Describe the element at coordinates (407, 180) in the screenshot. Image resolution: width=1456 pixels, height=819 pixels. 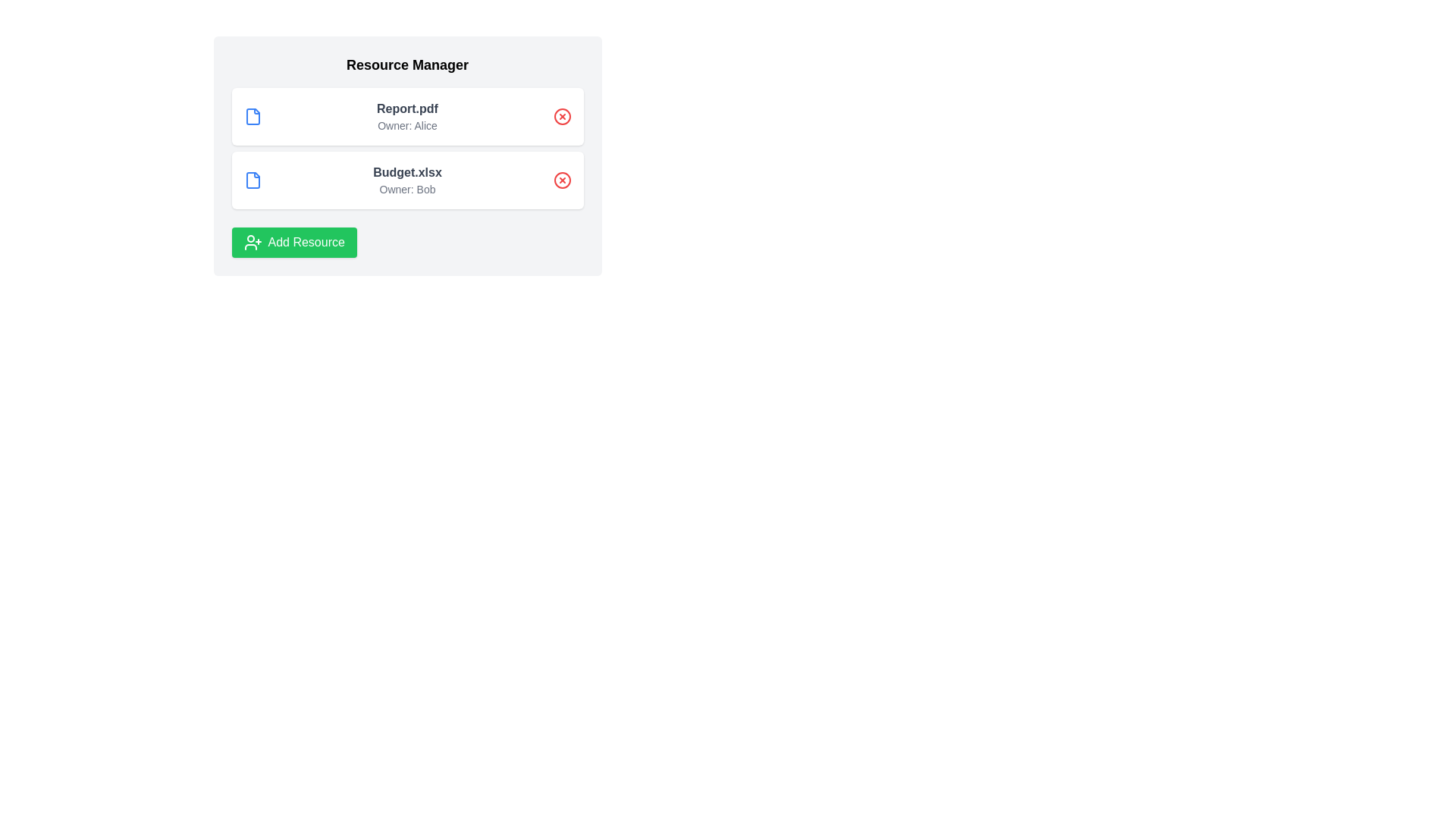
I see `the resource entry for Budget.xlsx to view its details` at that location.